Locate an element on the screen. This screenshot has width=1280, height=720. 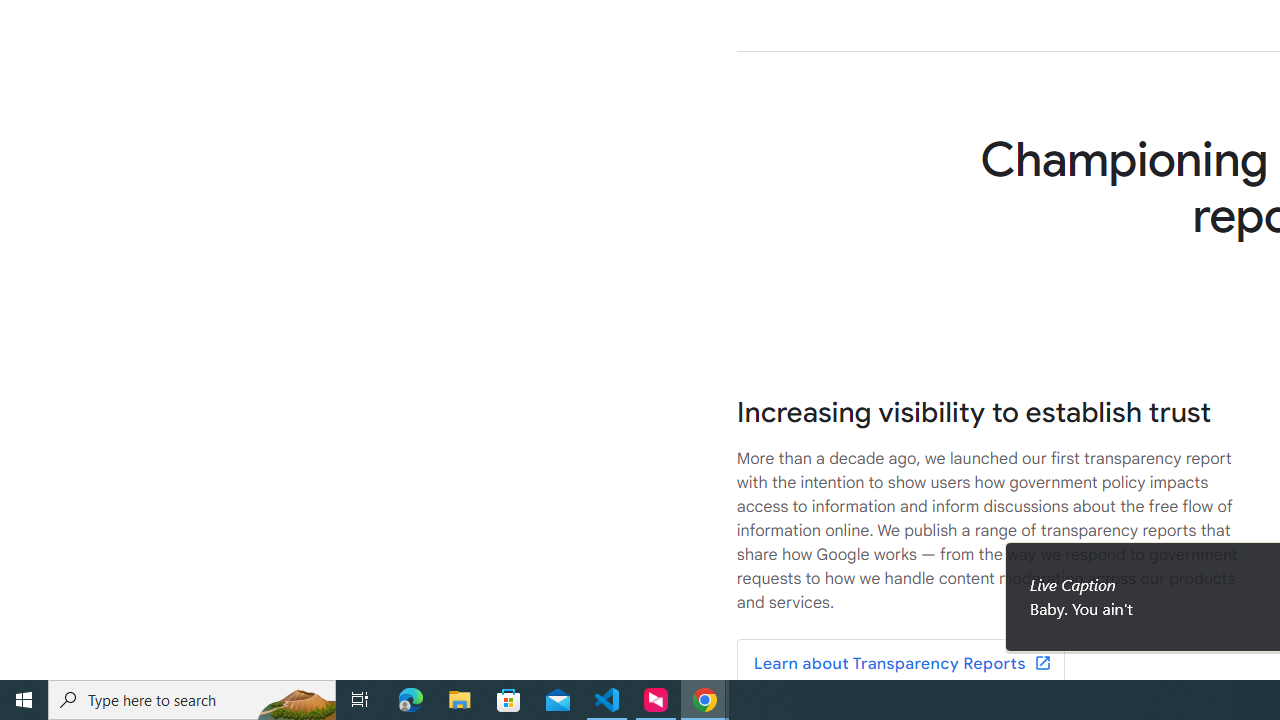
'Go to Transparency Report About web page' is located at coordinates (899, 664).